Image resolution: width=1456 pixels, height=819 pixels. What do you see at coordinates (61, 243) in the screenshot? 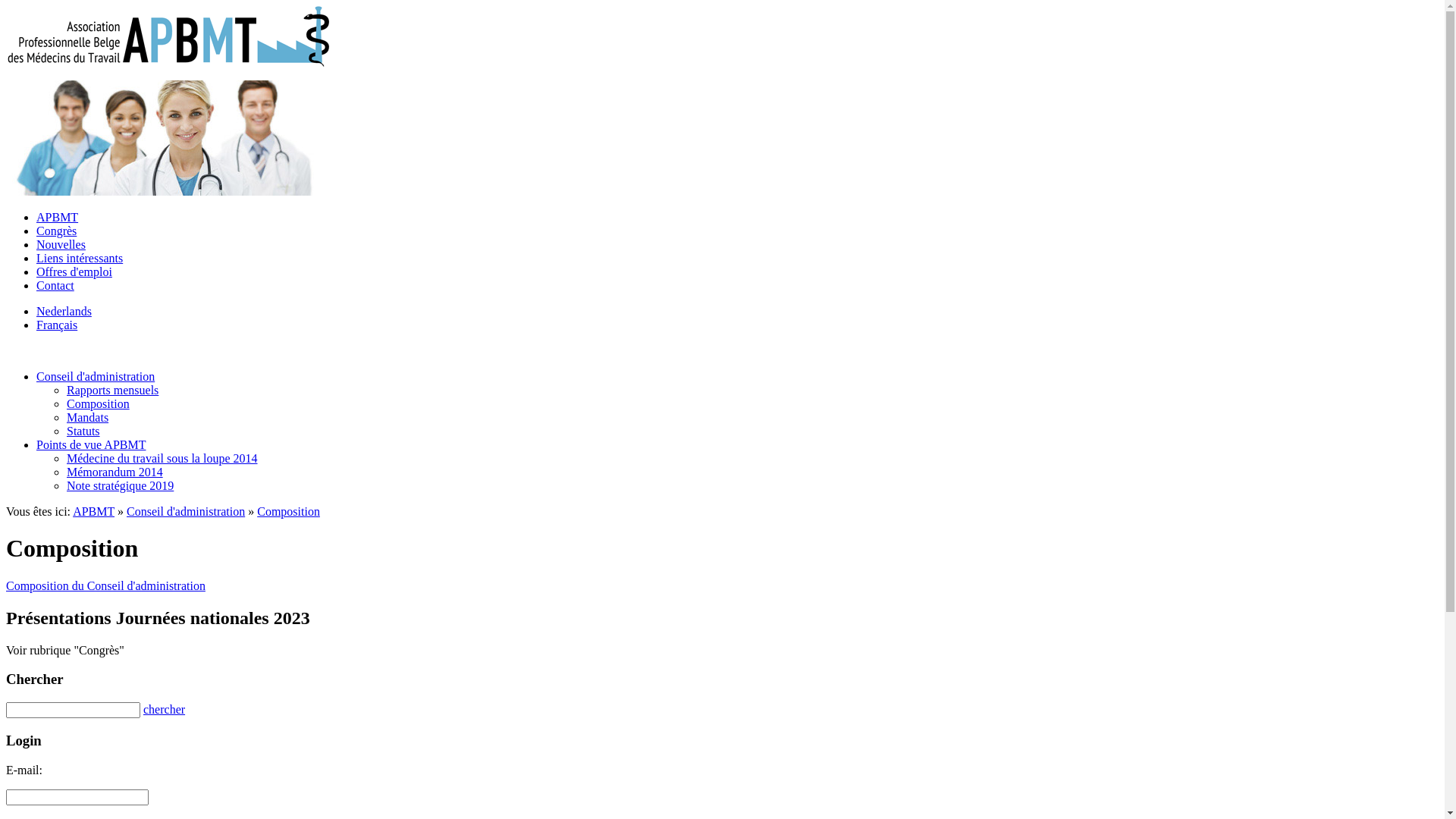
I see `'Nouvelles'` at bounding box center [61, 243].